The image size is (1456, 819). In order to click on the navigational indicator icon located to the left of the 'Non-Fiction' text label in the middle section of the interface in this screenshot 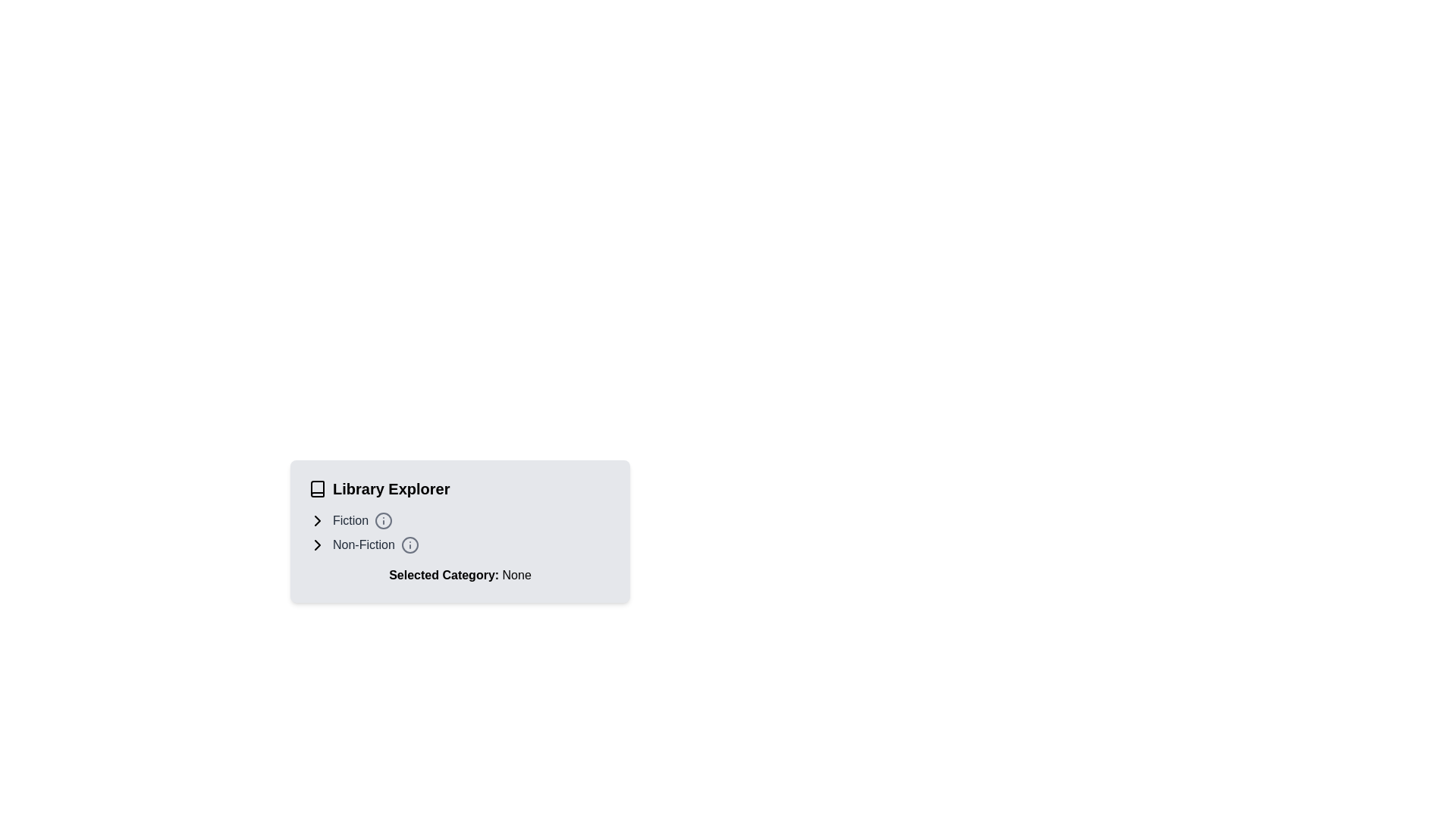, I will do `click(316, 544)`.